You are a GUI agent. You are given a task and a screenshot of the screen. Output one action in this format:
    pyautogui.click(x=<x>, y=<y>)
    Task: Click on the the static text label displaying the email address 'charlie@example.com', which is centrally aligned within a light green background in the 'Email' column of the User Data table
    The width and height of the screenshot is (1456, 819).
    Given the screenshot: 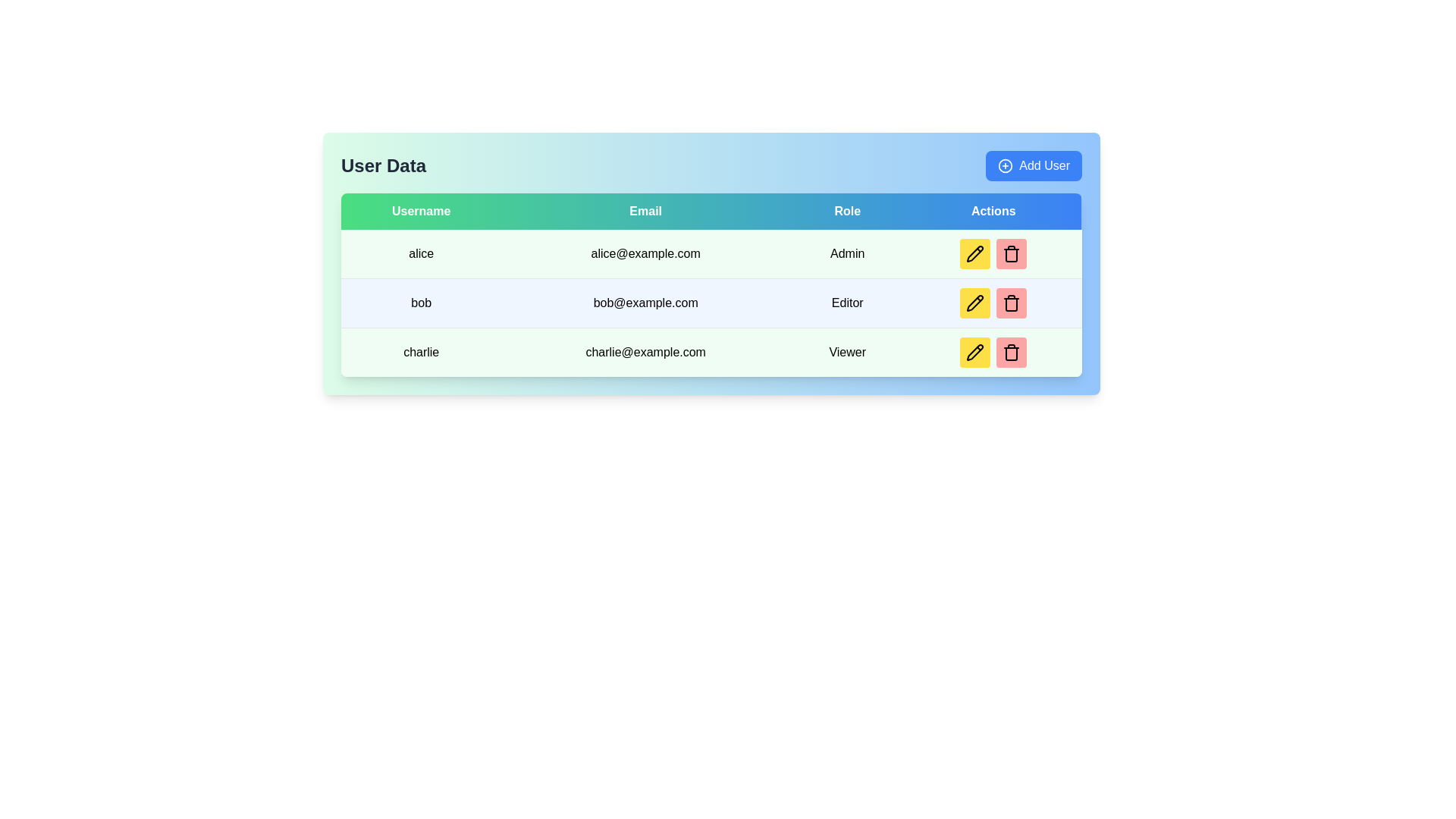 What is the action you would take?
    pyautogui.click(x=645, y=352)
    